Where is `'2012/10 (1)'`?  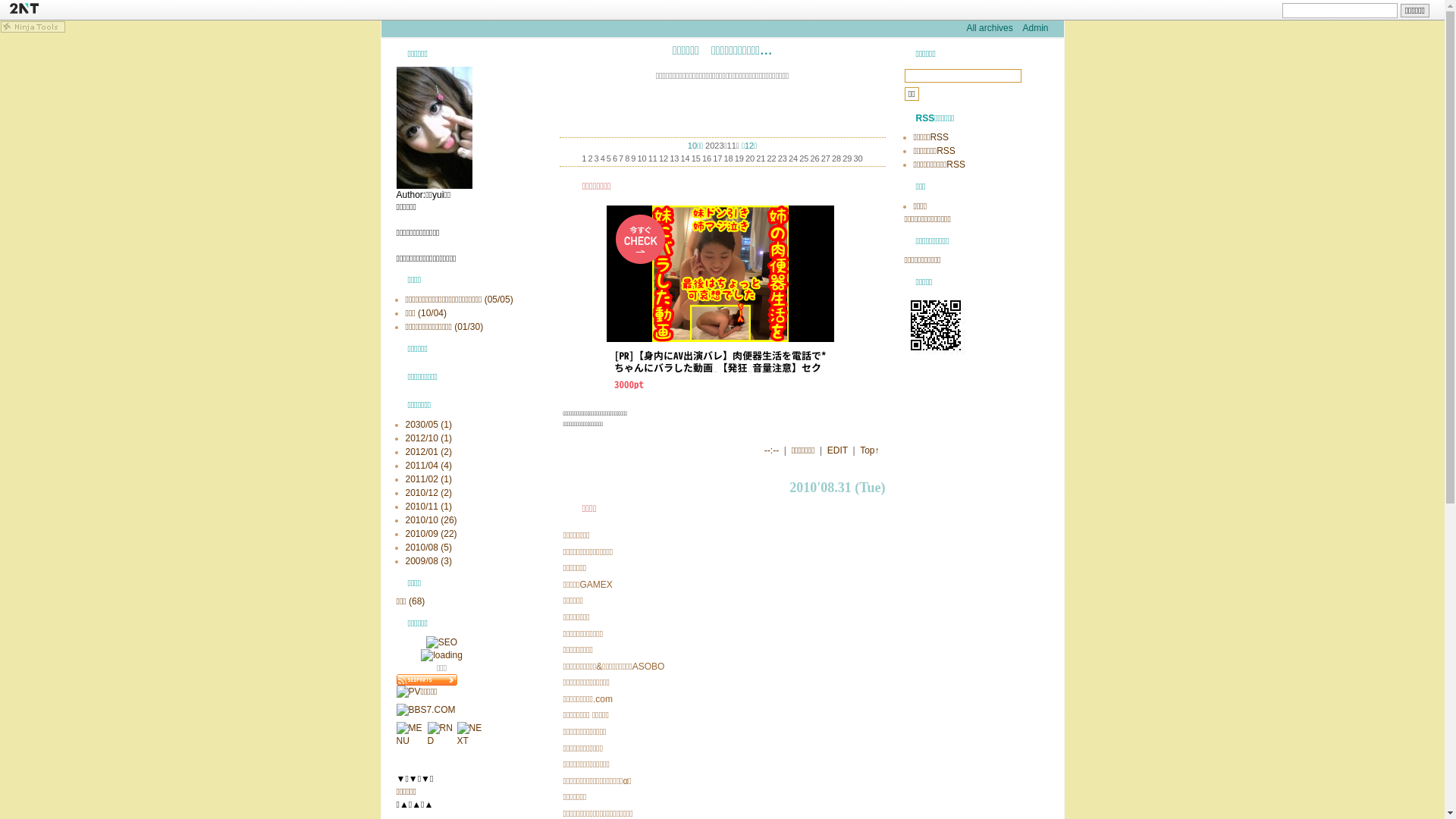
'2012/10 (1)' is located at coordinates (427, 438).